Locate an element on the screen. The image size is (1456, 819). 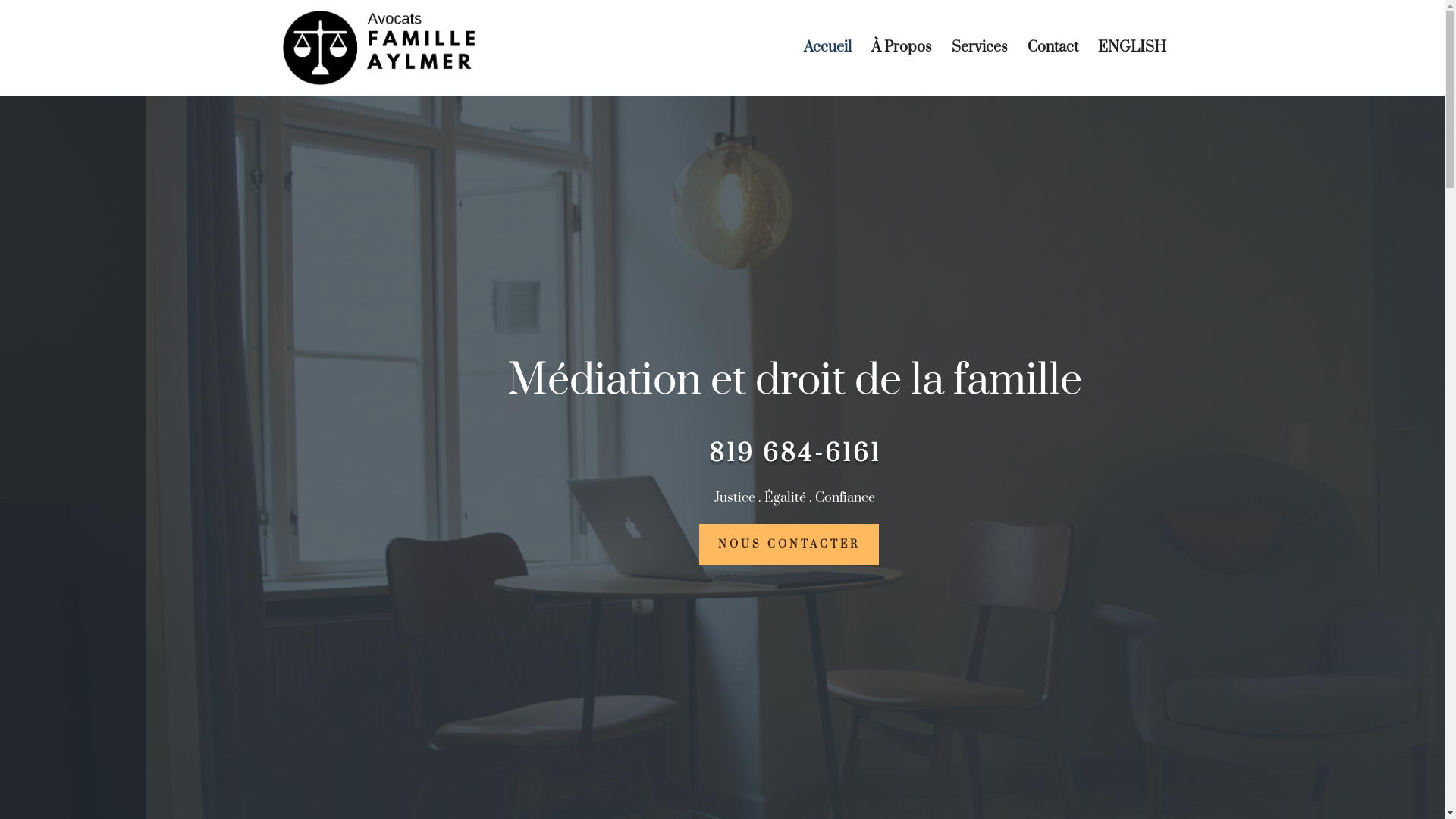
'ENGLISH' is located at coordinates (1131, 69).